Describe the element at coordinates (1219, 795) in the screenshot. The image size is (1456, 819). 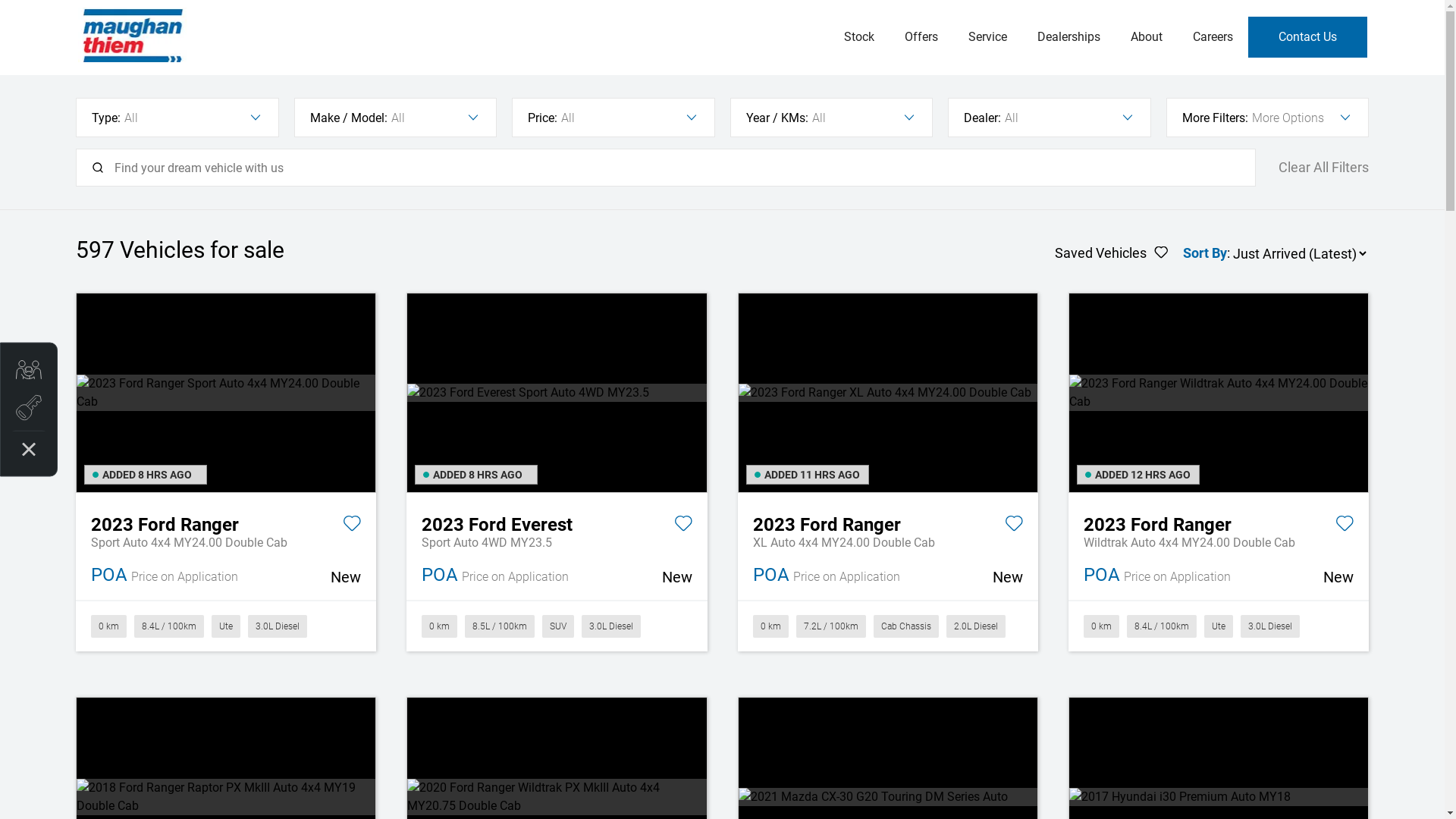
I see `'2017 Hyundai i30 Premium Auto MY18'` at that location.